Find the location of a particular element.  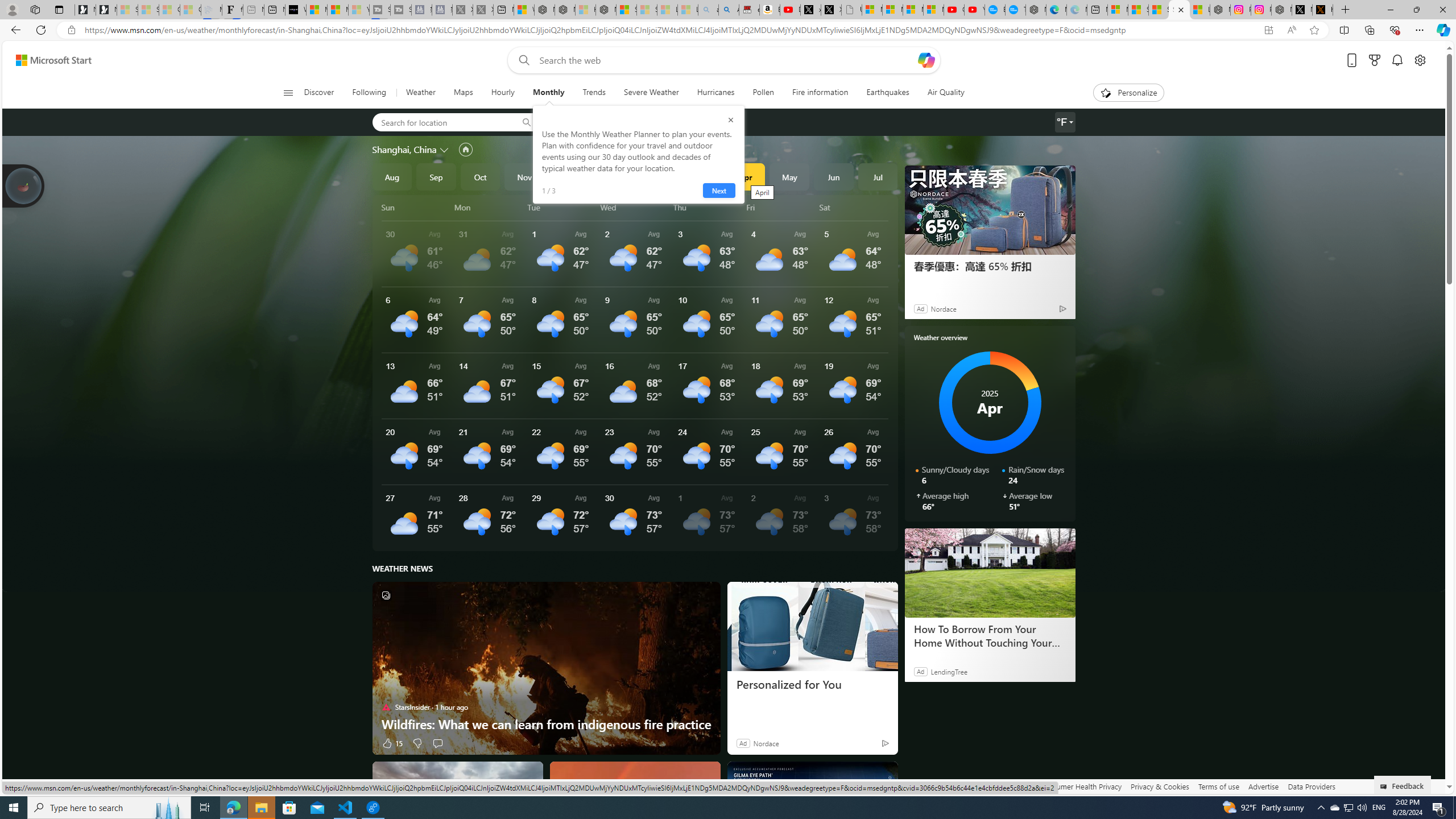

'Dec' is located at coordinates (568, 176).